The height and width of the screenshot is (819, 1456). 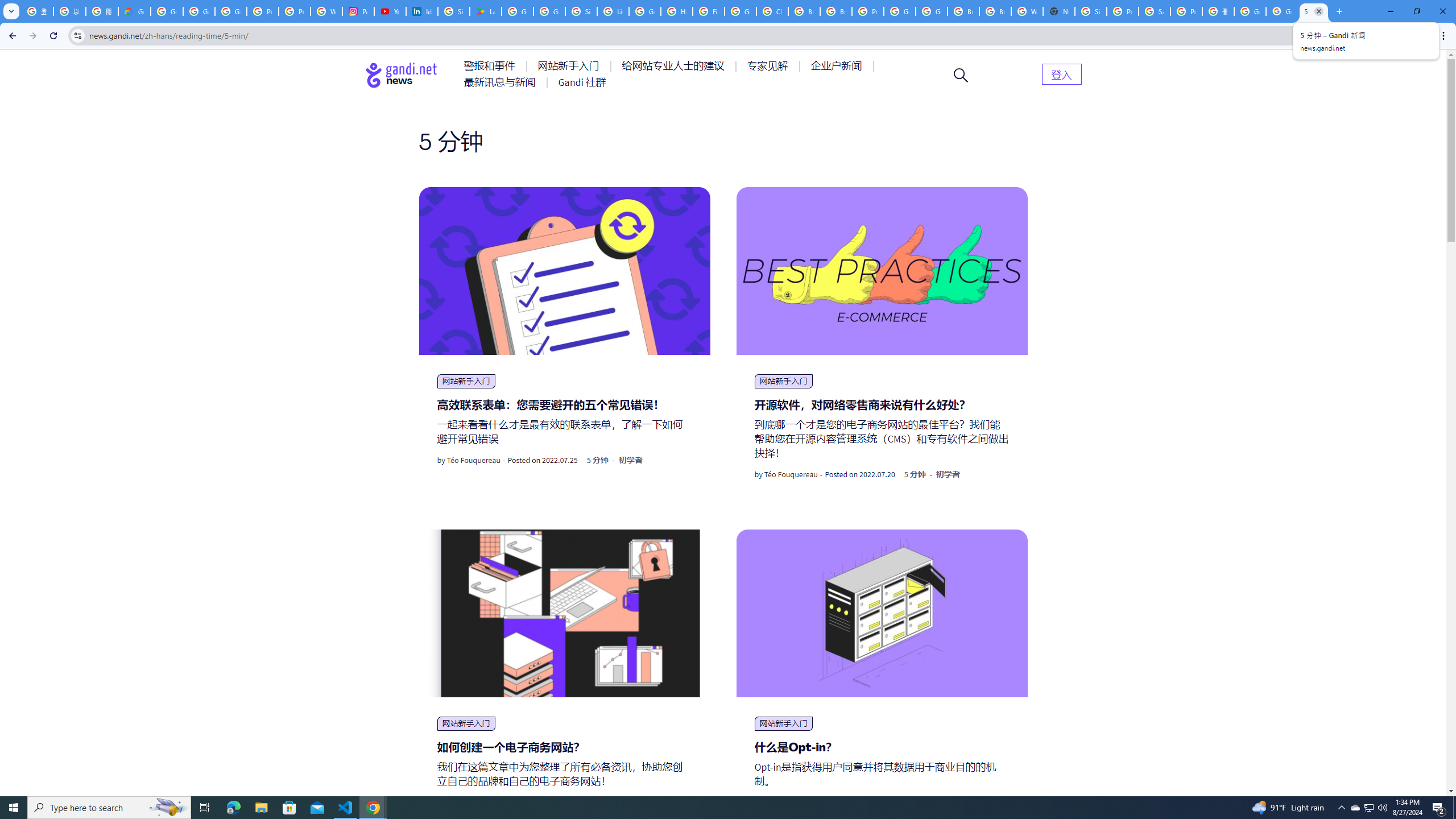 I want to click on 'Google Cloud Platform', so click(x=899, y=11).